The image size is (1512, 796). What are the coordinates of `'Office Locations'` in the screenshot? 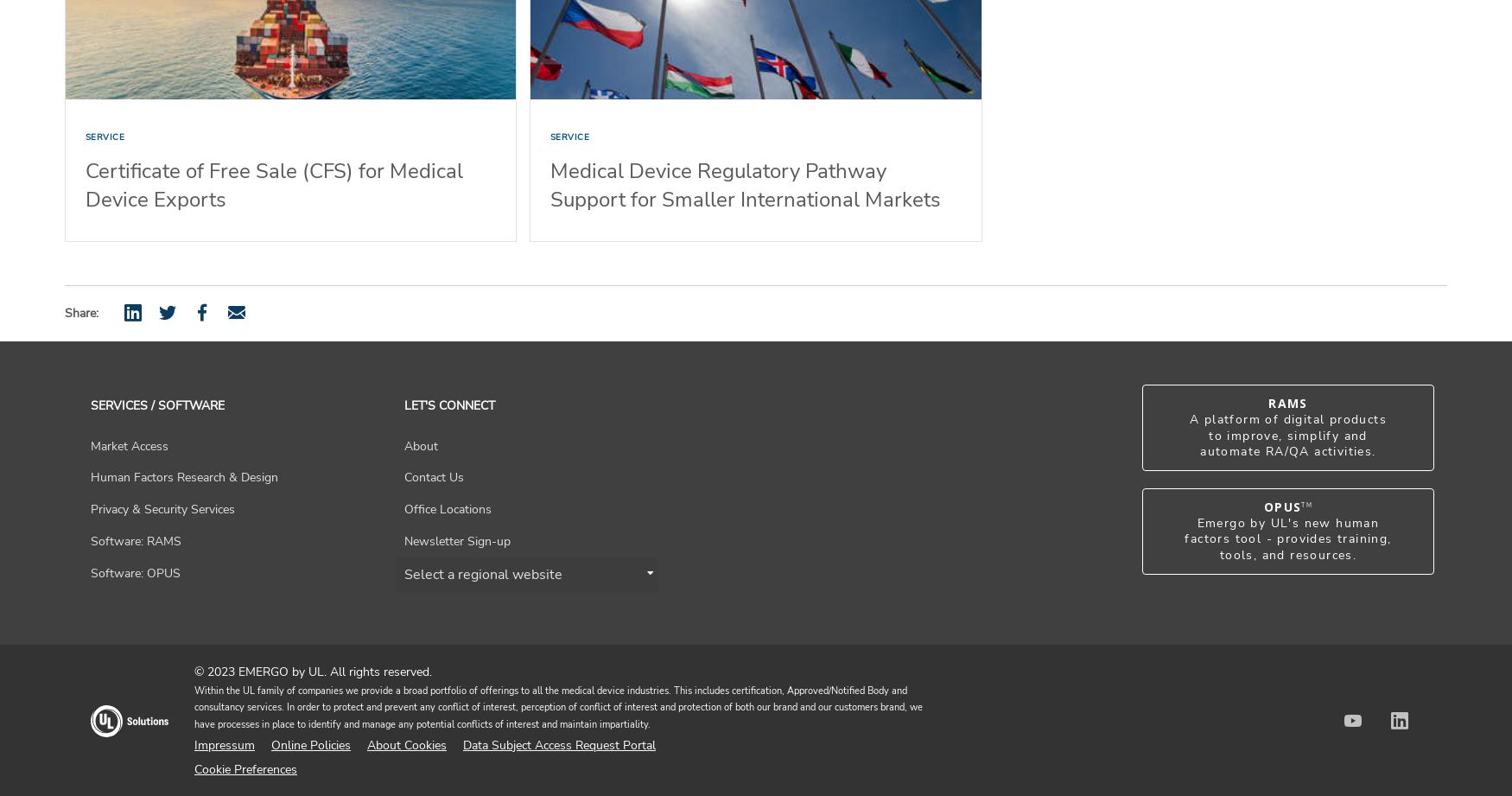 It's located at (446, 508).